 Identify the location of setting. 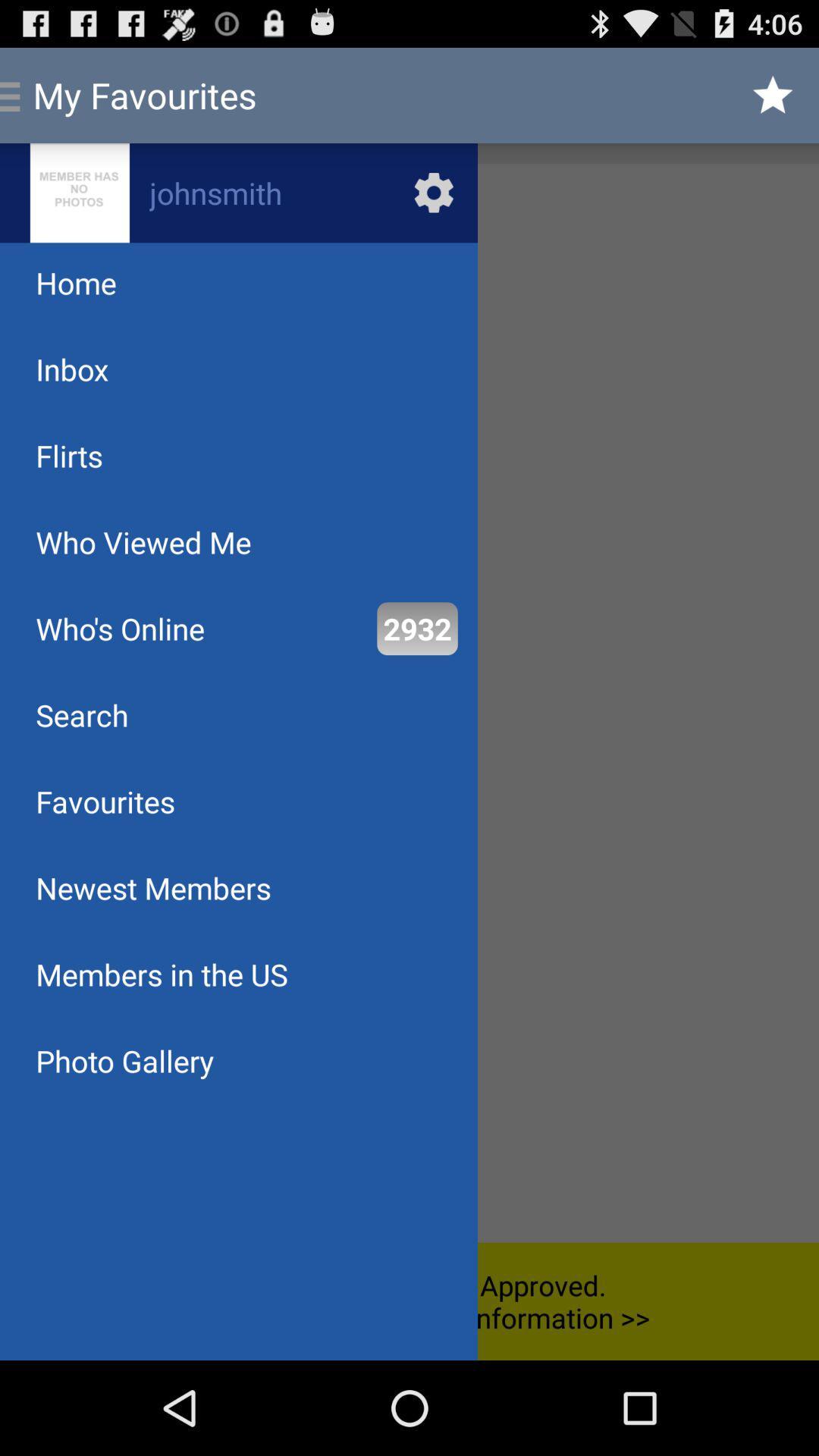
(239, 192).